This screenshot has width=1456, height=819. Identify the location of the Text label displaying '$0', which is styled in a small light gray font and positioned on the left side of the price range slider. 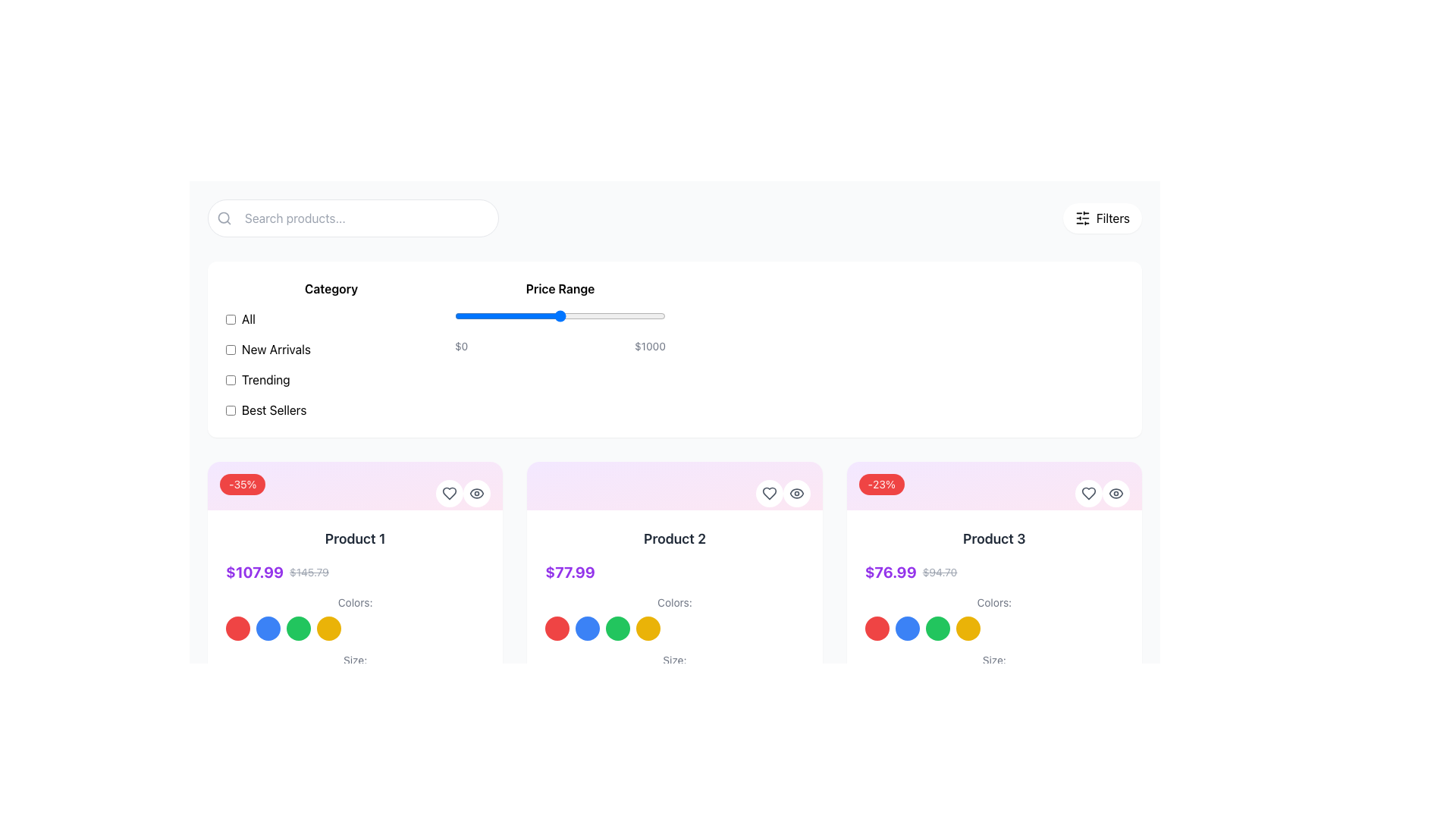
(460, 346).